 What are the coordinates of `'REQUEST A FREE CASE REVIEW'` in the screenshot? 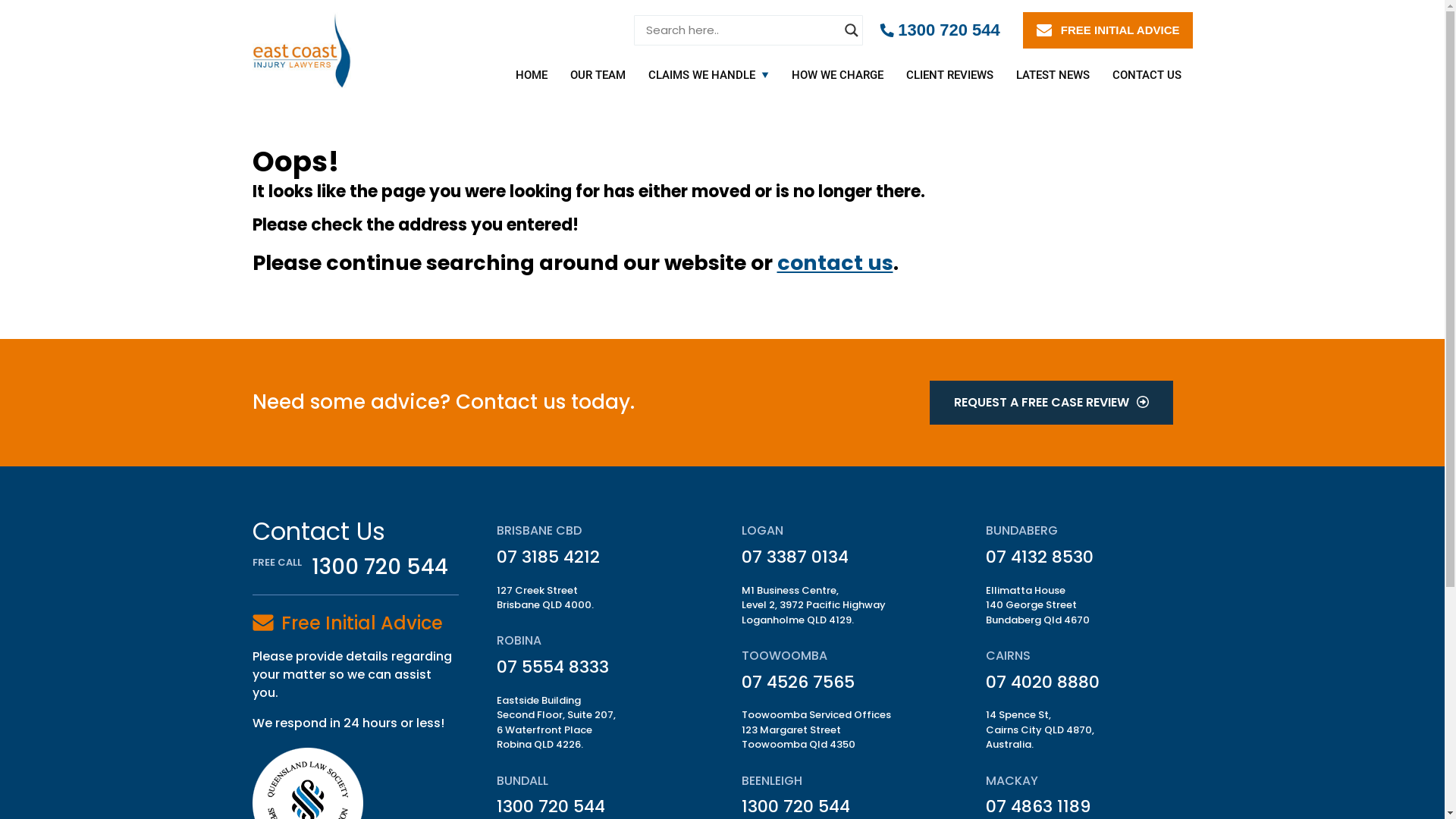 It's located at (1050, 402).